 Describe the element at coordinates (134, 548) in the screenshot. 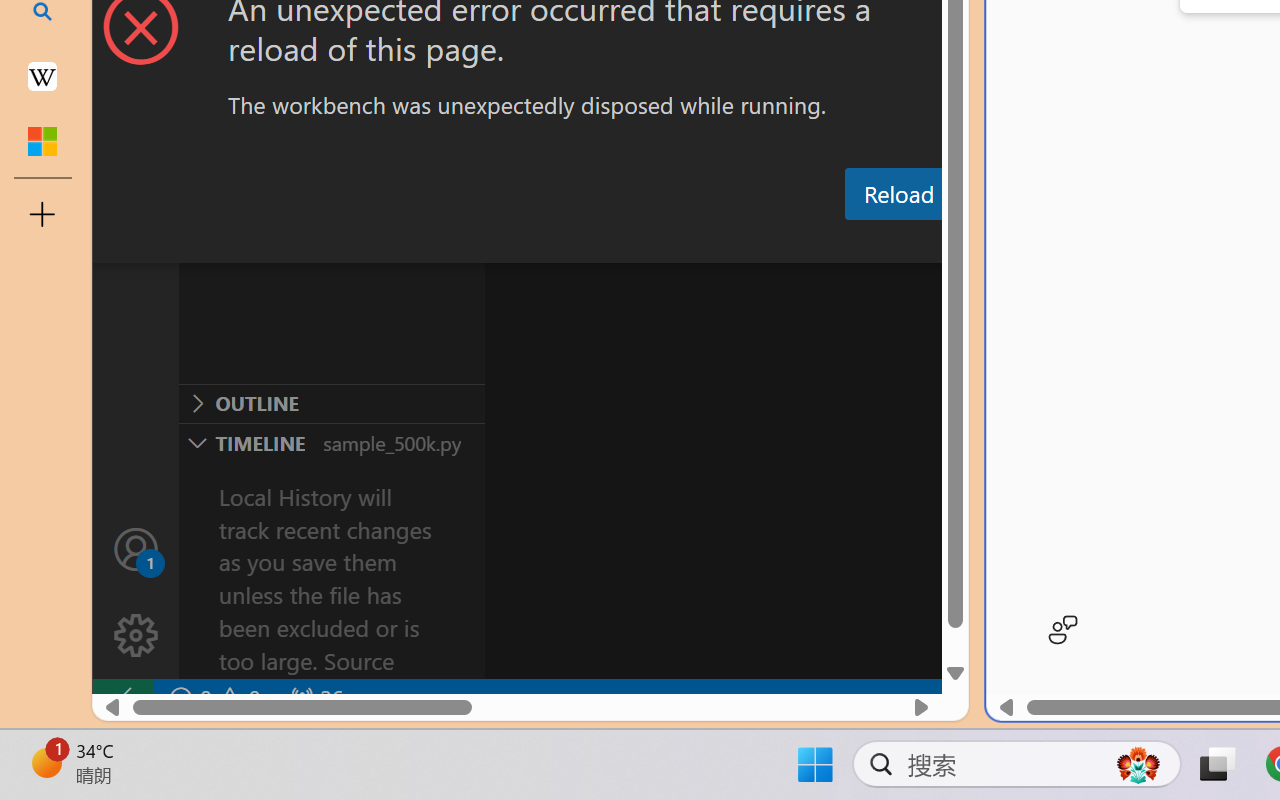

I see `'Accounts - Sign in requested'` at that location.